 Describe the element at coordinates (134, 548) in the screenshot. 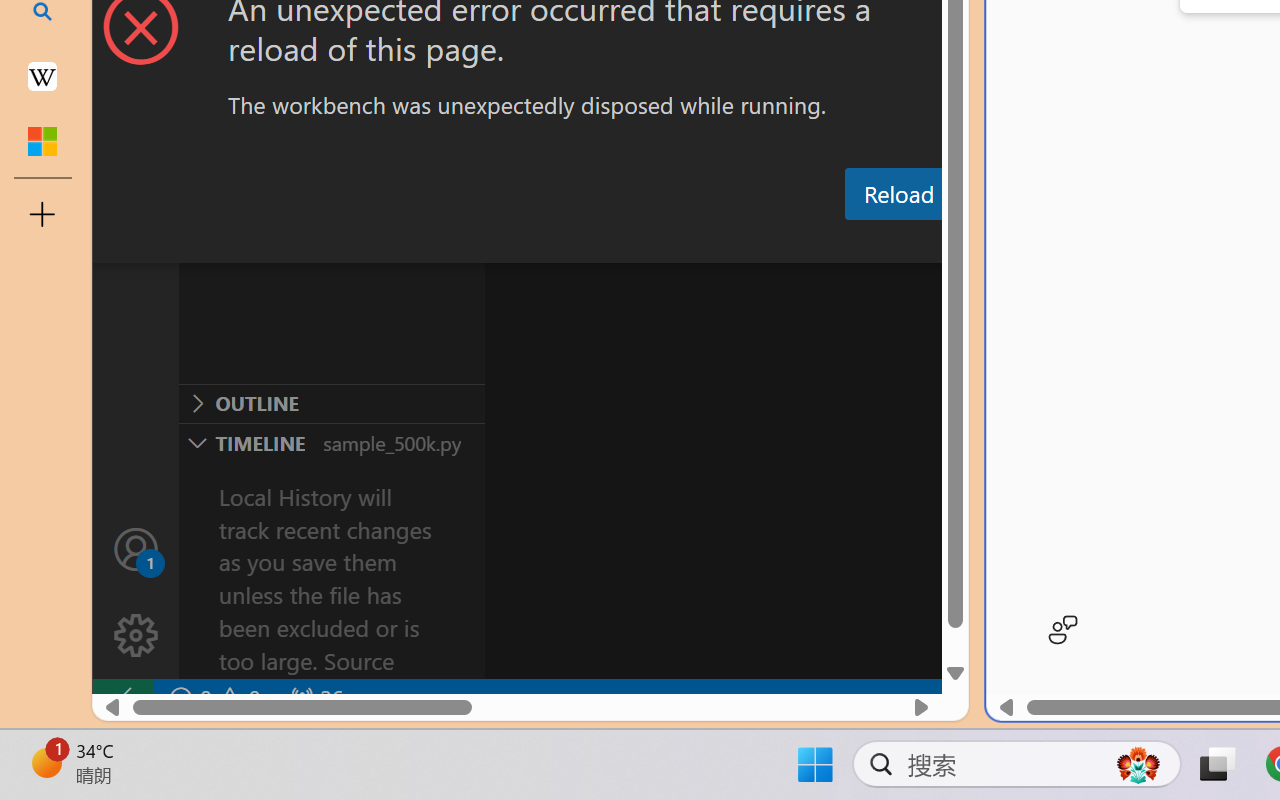

I see `'Accounts - Sign in requested'` at that location.